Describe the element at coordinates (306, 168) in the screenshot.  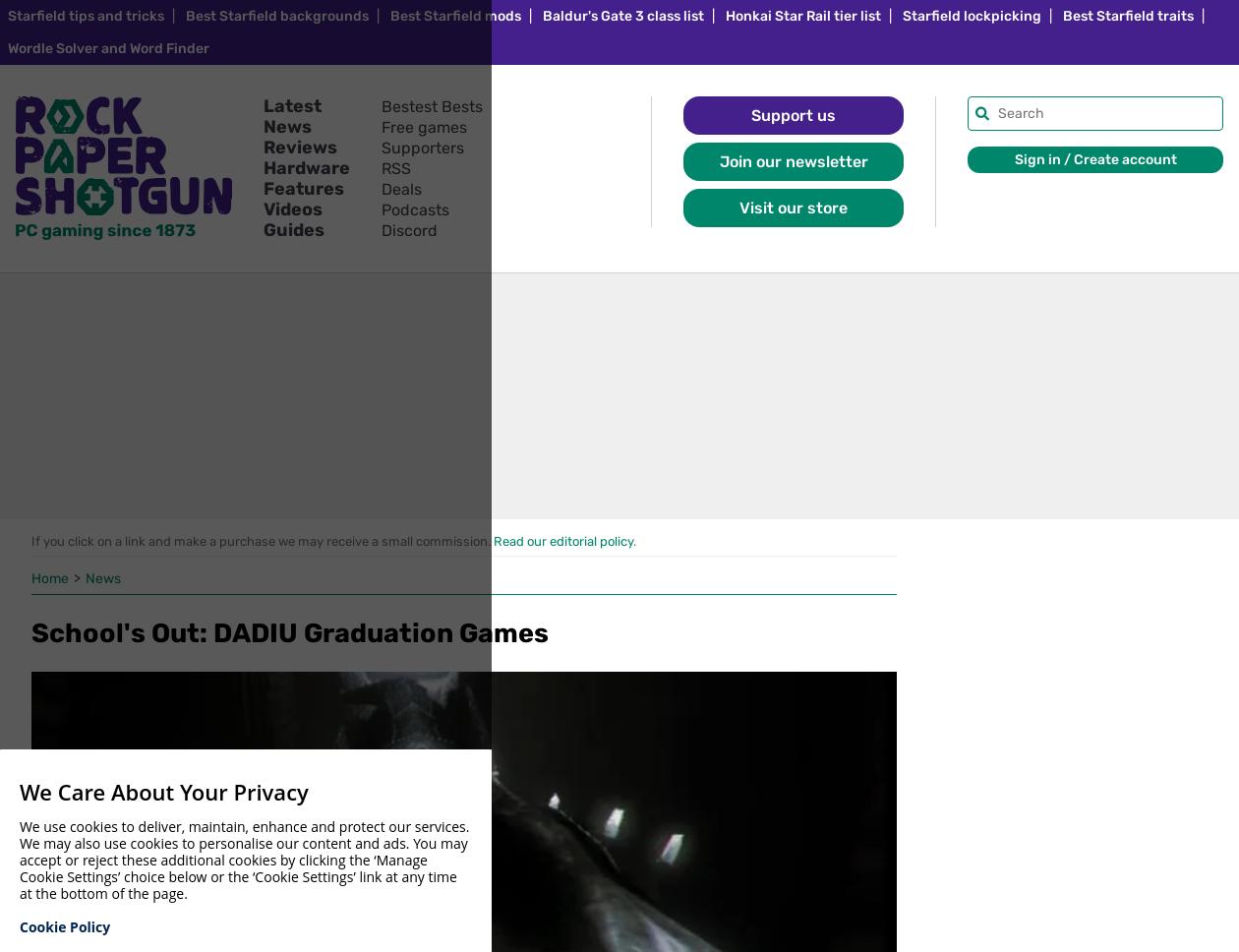
I see `'Hardware'` at that location.